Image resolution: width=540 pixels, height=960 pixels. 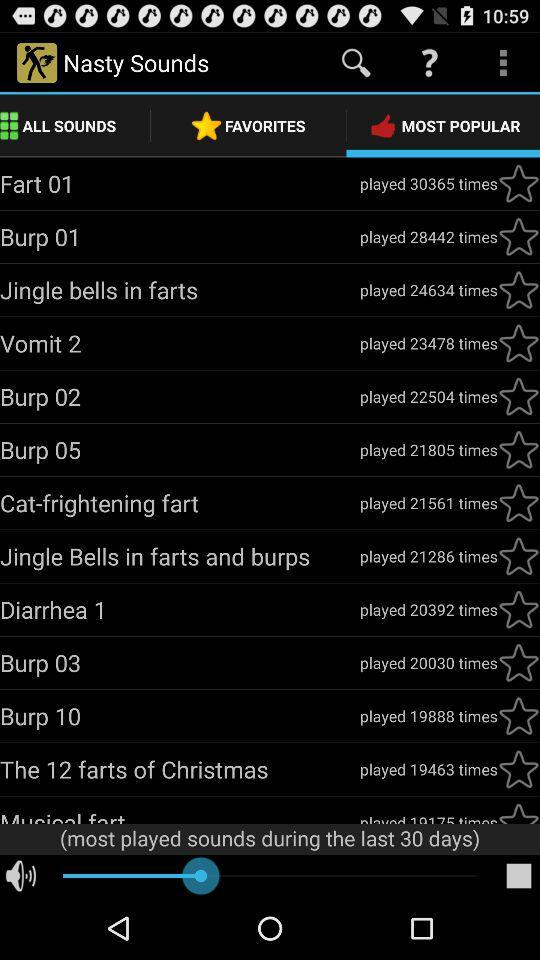 What do you see at coordinates (518, 768) in the screenshot?
I see `like button` at bounding box center [518, 768].